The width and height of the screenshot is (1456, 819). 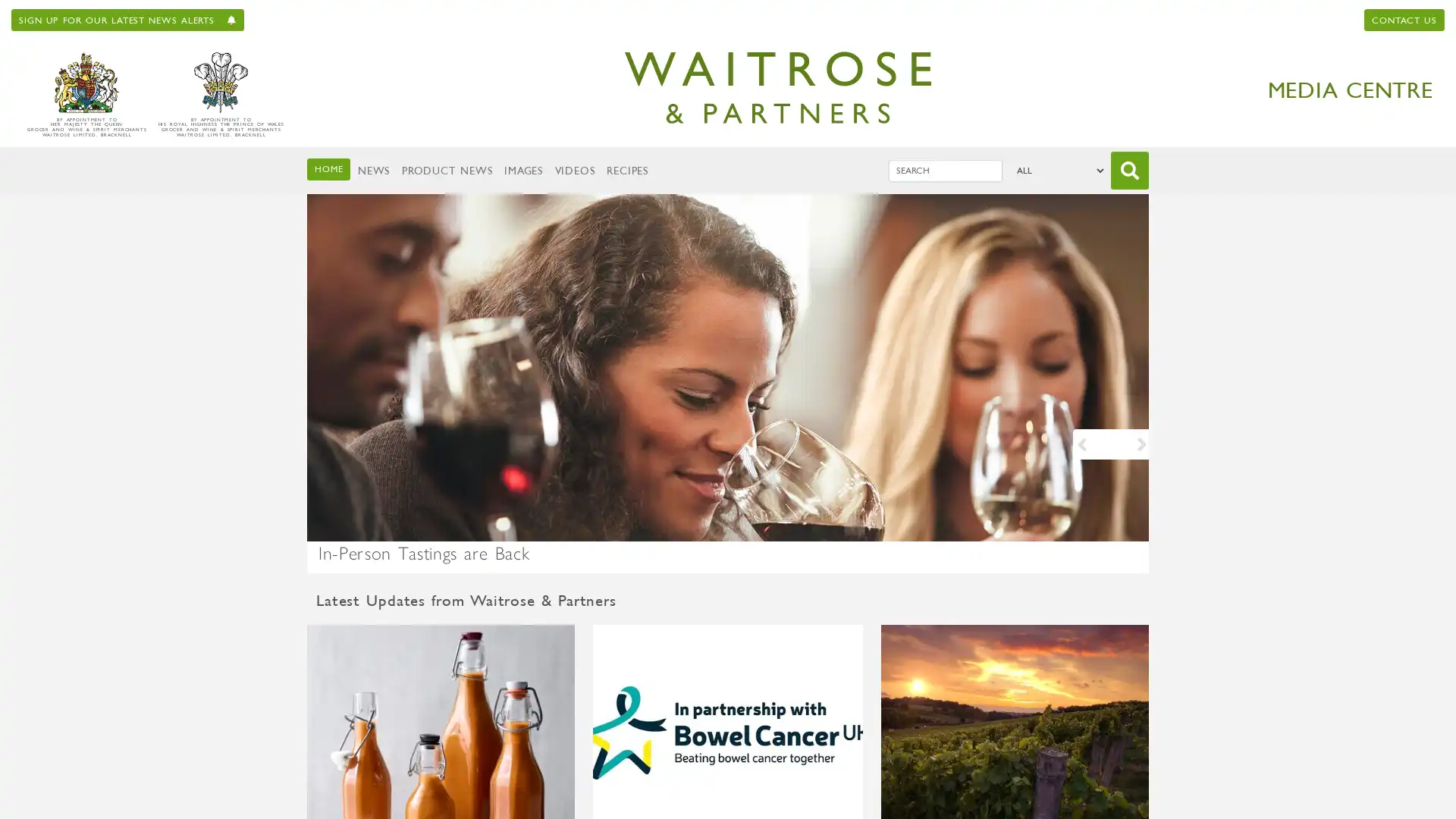 What do you see at coordinates (573, 170) in the screenshot?
I see `VIDEOS` at bounding box center [573, 170].